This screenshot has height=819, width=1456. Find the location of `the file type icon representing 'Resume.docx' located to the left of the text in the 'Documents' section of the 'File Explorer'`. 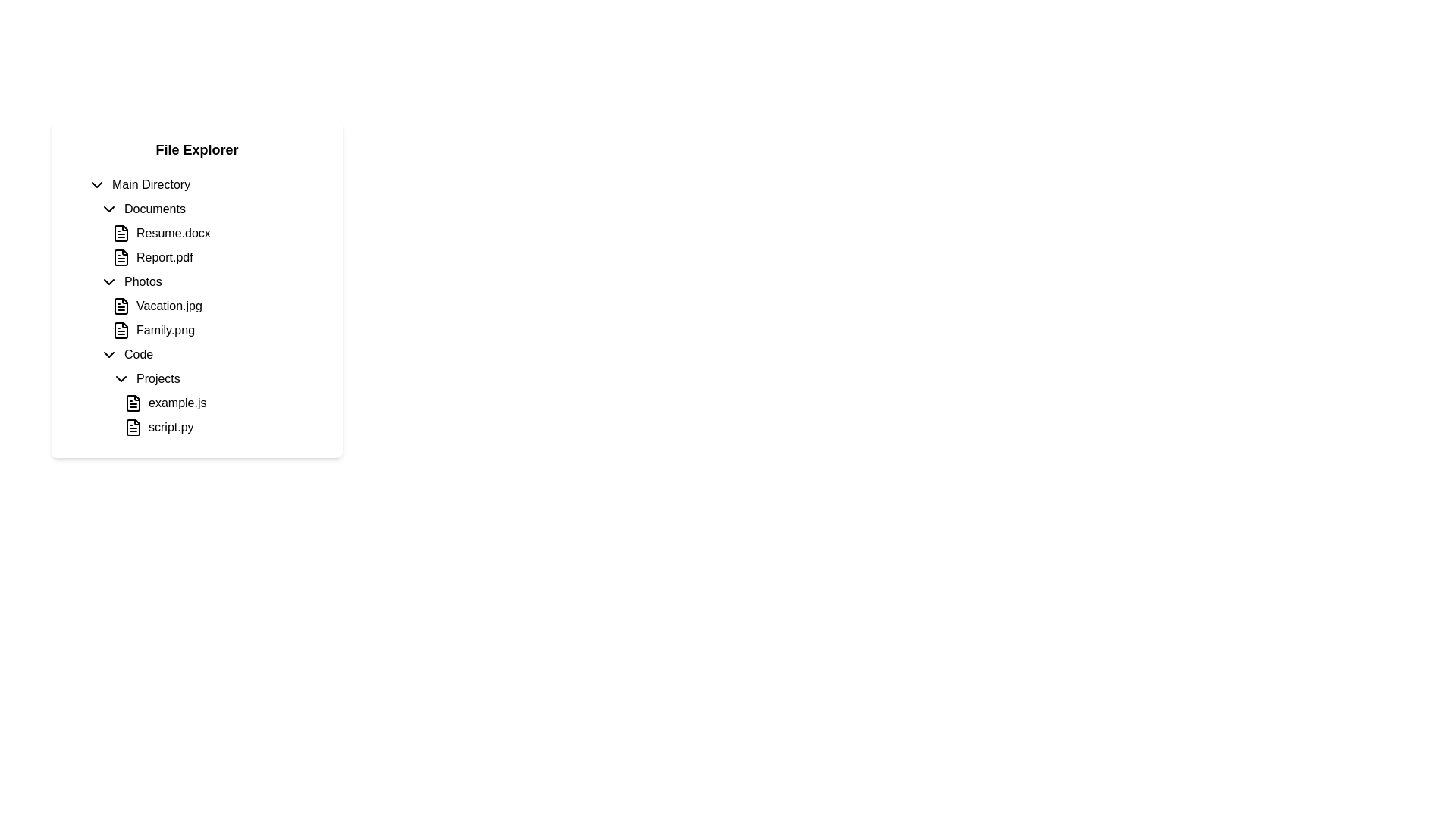

the file type icon representing 'Resume.docx' located to the left of the text in the 'Documents' section of the 'File Explorer' is located at coordinates (120, 234).